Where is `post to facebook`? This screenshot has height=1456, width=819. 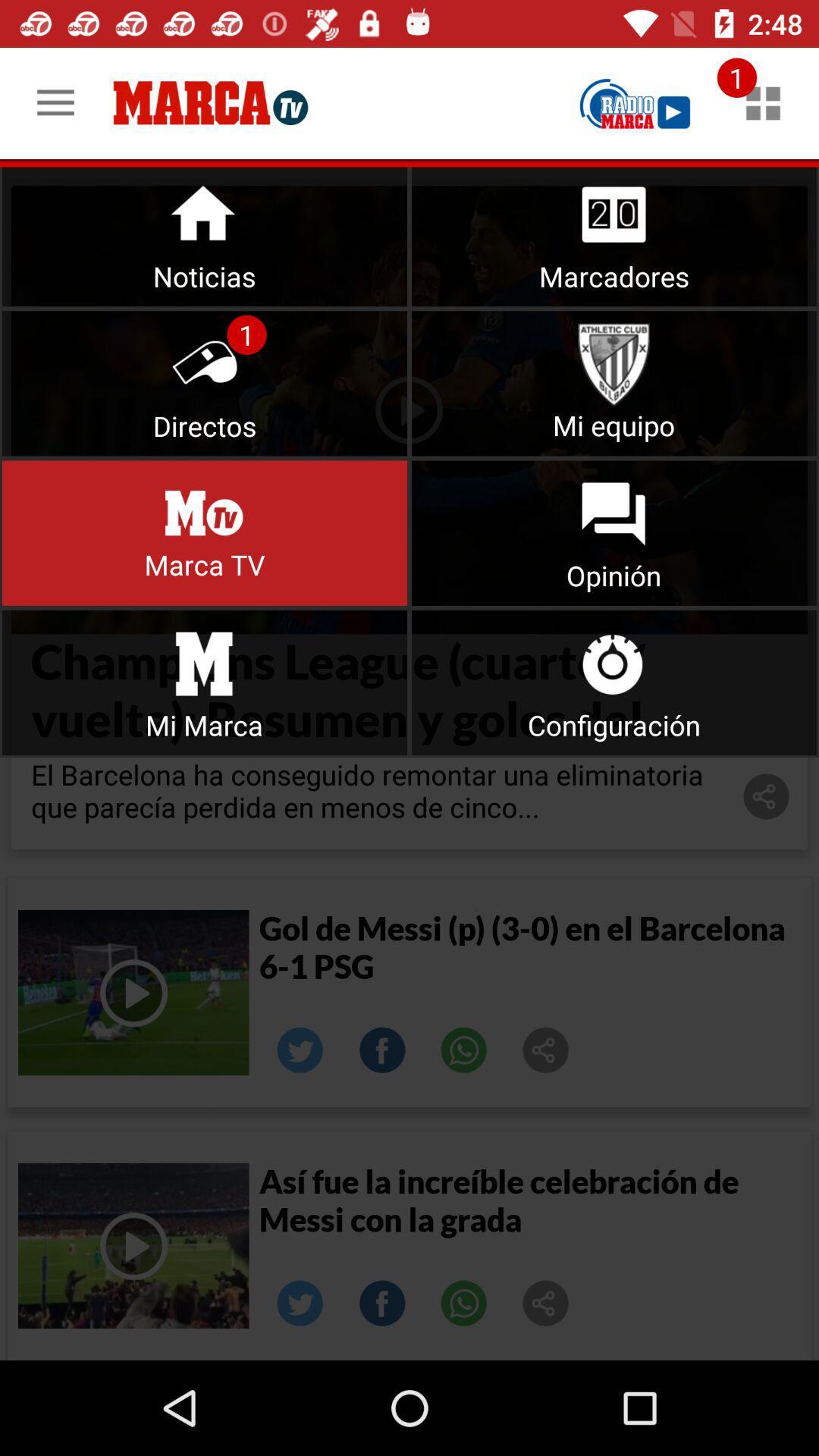 post to facebook is located at coordinates (381, 1050).